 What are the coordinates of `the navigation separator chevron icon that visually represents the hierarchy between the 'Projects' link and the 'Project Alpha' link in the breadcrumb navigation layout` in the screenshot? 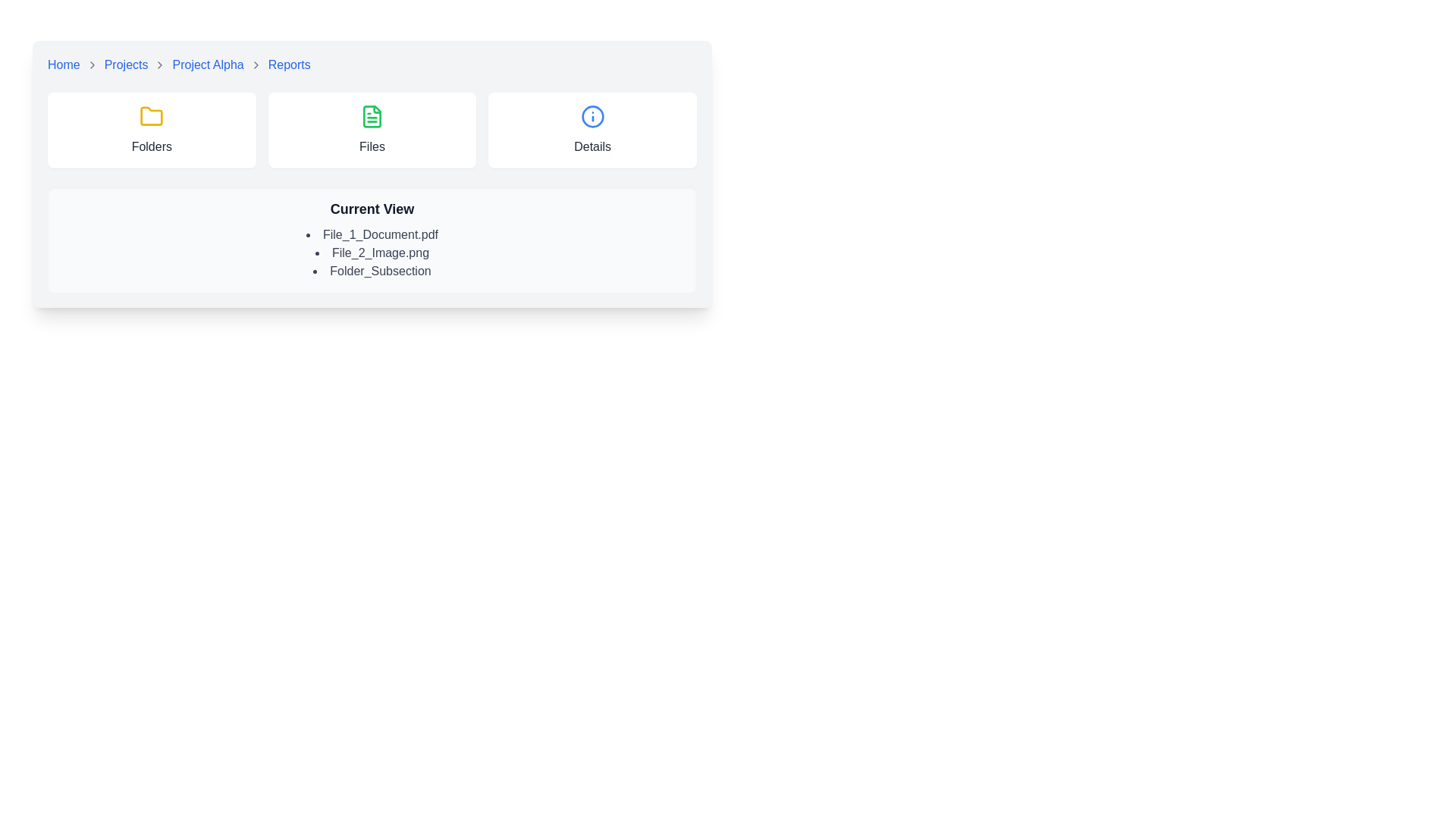 It's located at (160, 64).